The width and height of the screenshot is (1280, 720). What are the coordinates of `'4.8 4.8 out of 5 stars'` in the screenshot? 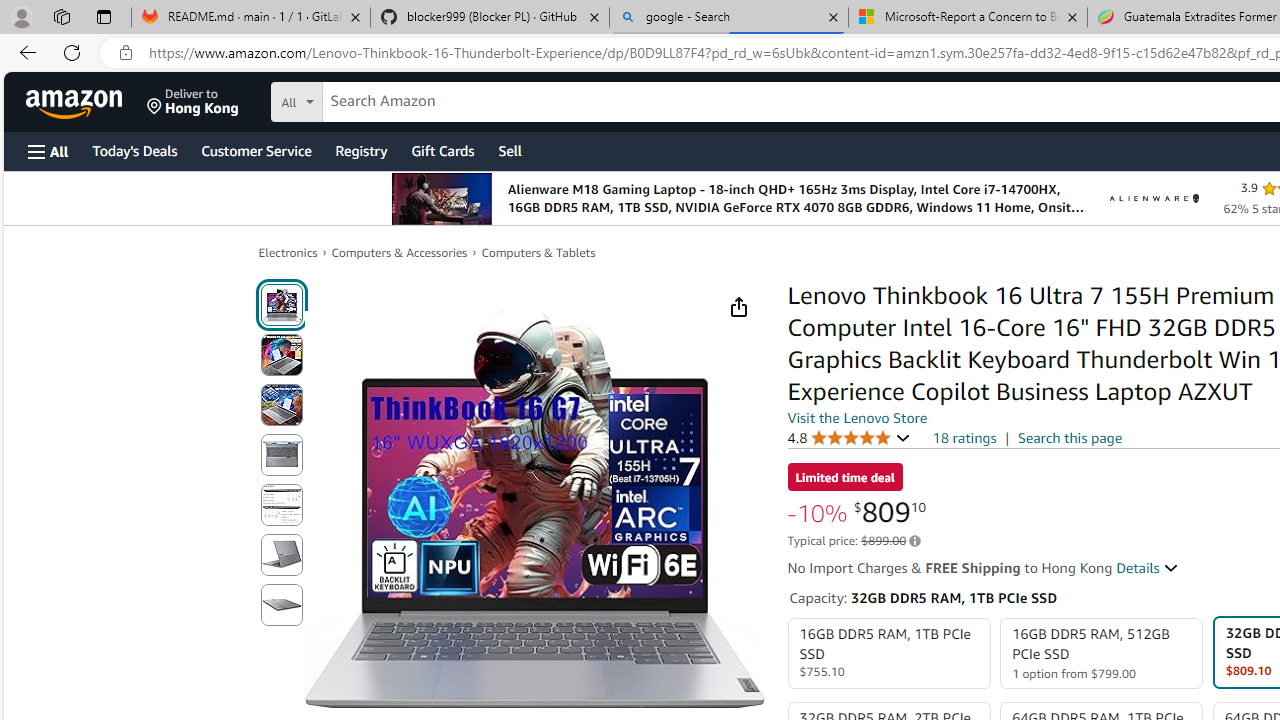 It's located at (849, 436).